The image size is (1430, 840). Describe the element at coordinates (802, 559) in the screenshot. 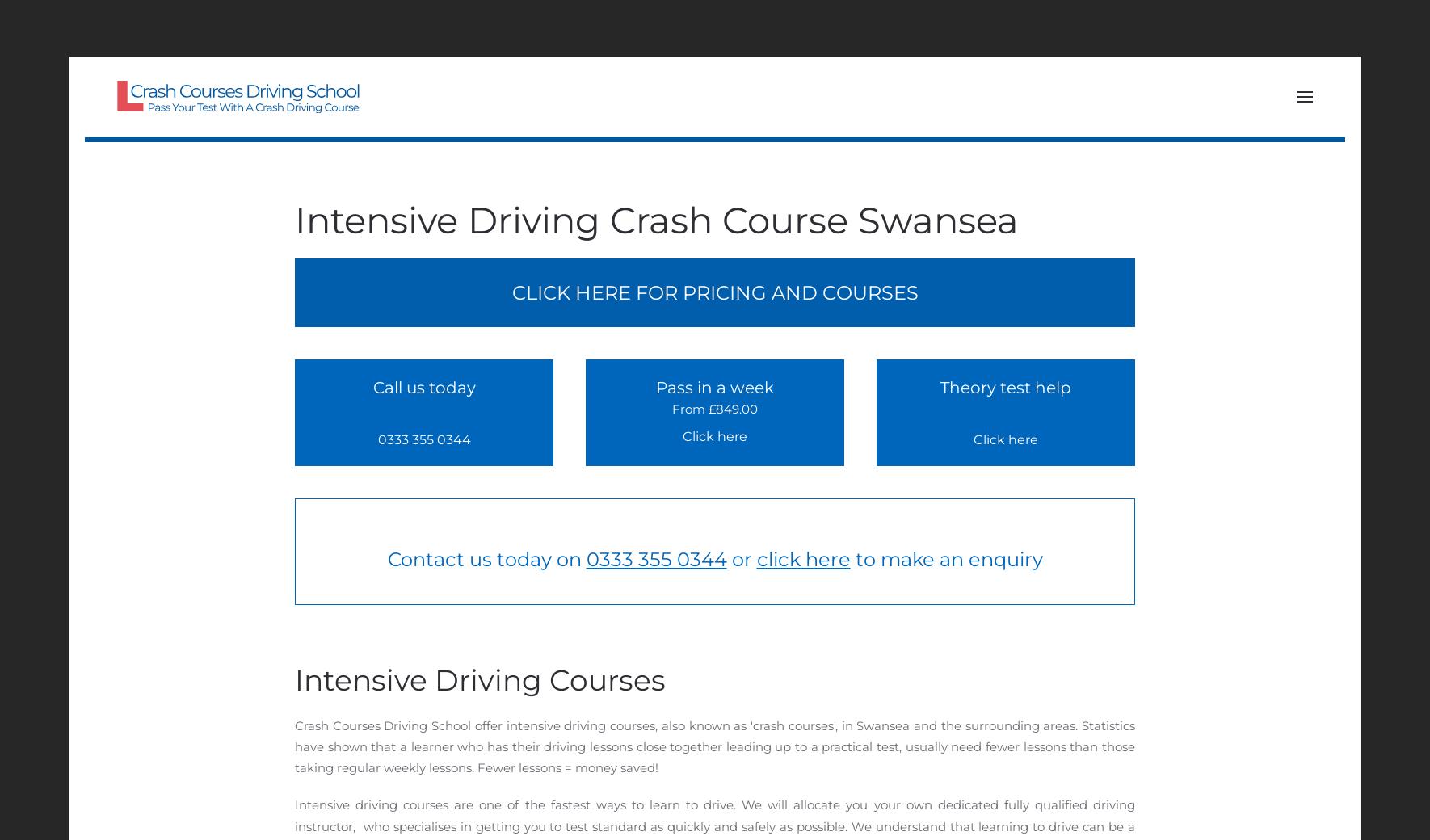

I see `'click here'` at that location.